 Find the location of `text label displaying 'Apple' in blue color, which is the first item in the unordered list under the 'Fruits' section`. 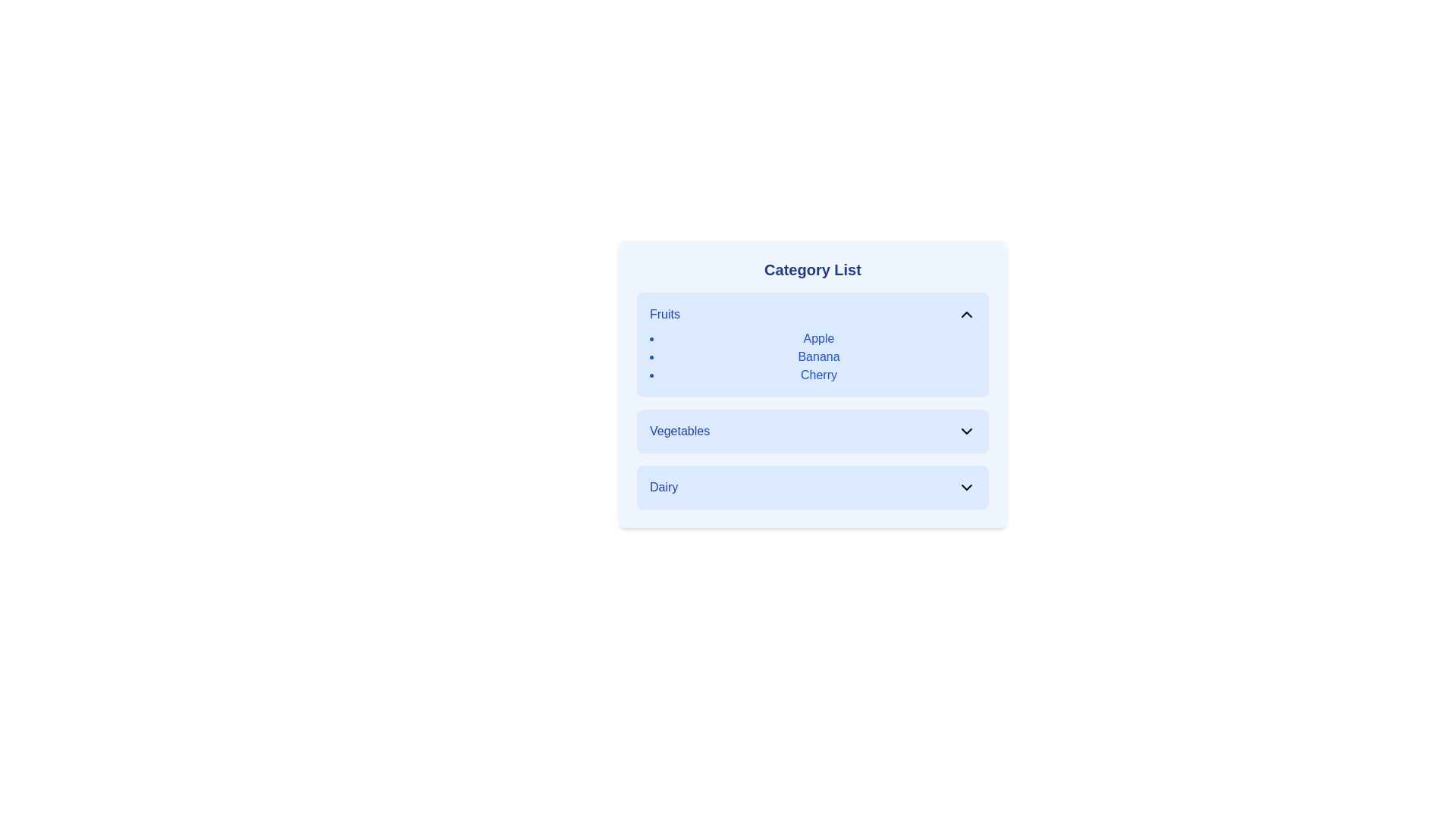

text label displaying 'Apple' in blue color, which is the first item in the unordered list under the 'Fruits' section is located at coordinates (818, 338).